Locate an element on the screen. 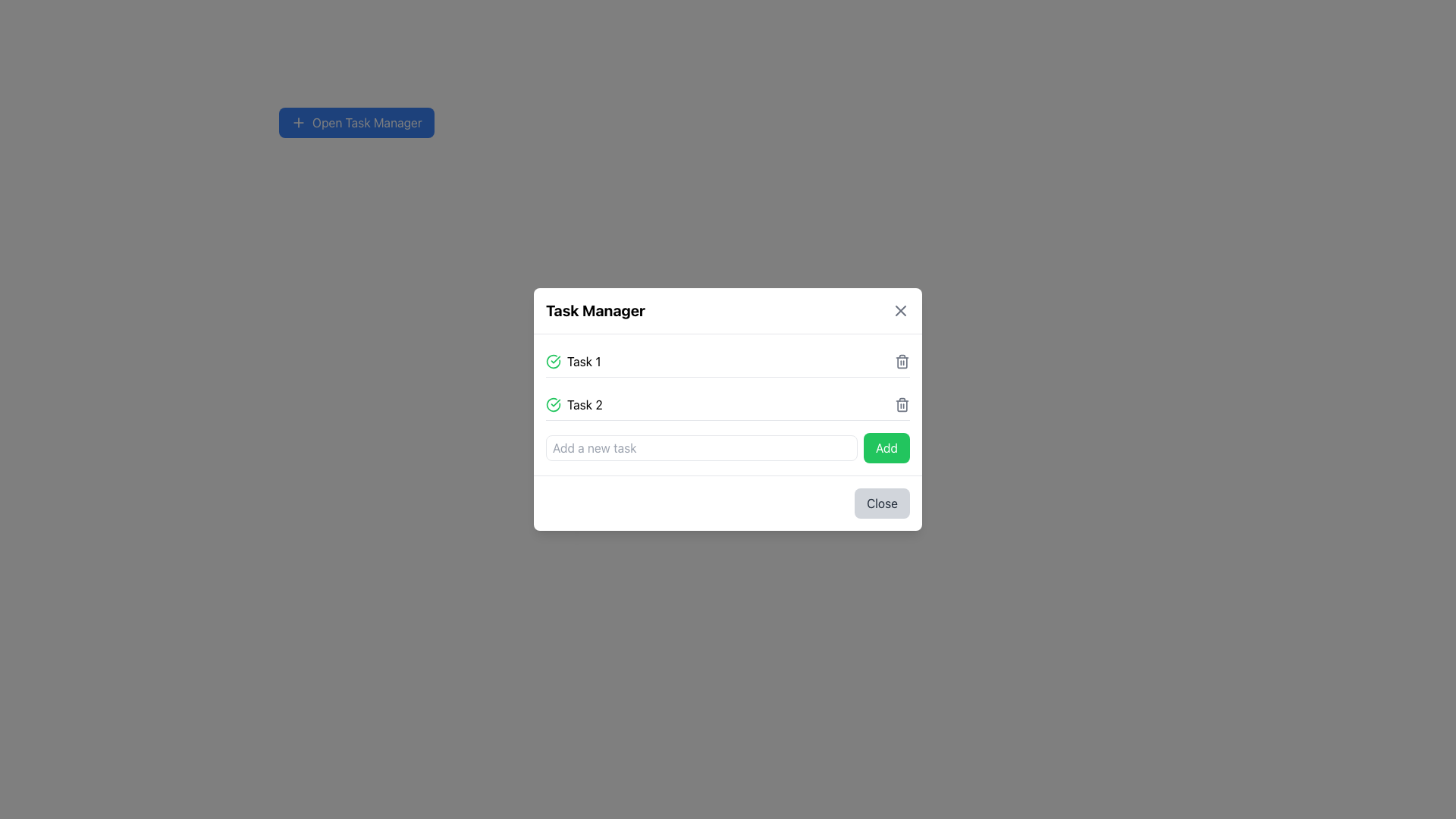 This screenshot has height=819, width=1456. the text label displaying 'Task 1' in the 'Task Manager' interface, which is positioned above 'Task 2' and to the right of the completion check mark is located at coordinates (583, 362).